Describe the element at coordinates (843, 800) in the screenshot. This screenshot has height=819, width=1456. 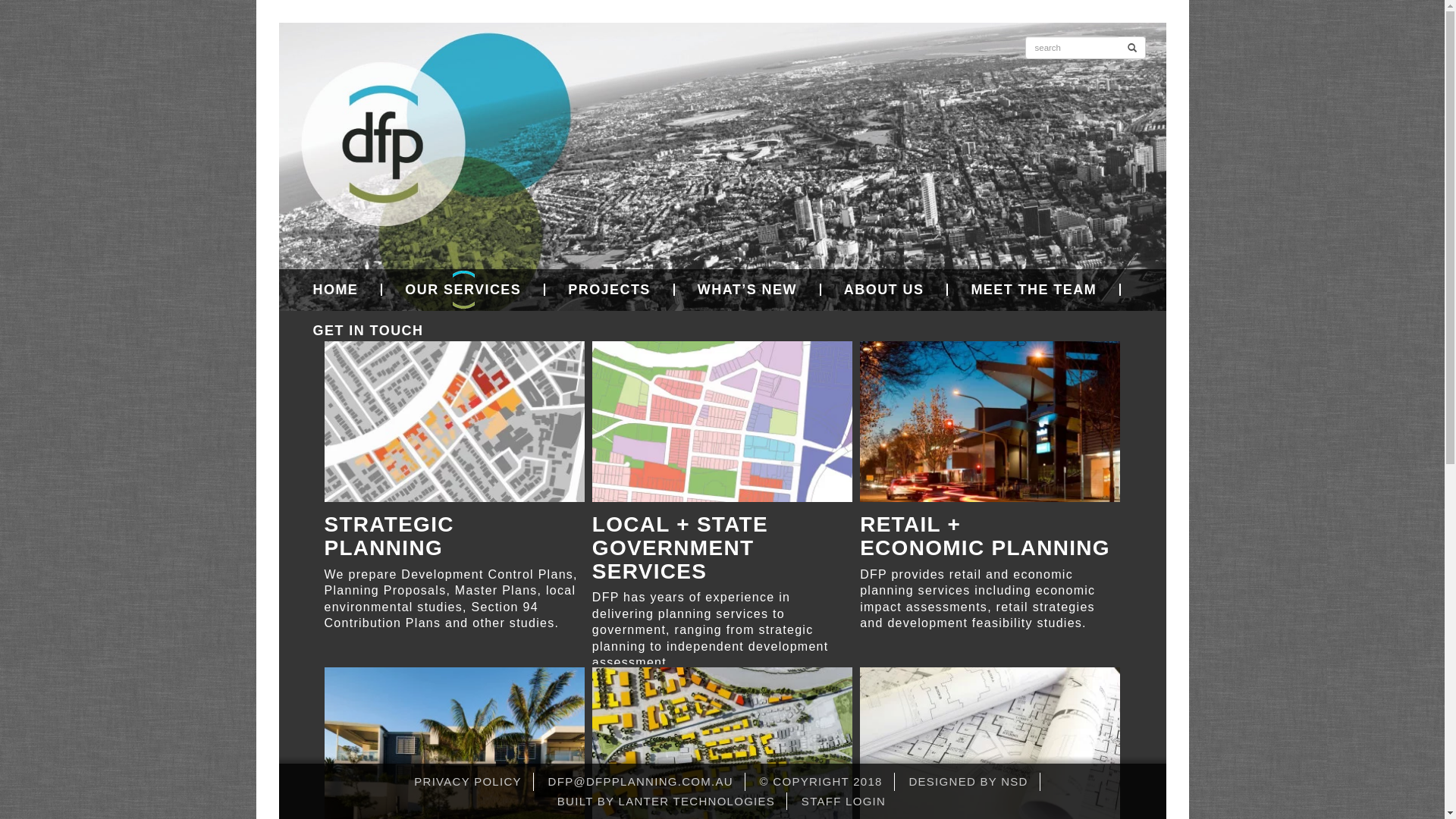
I see `'STAFF LOGIN'` at that location.